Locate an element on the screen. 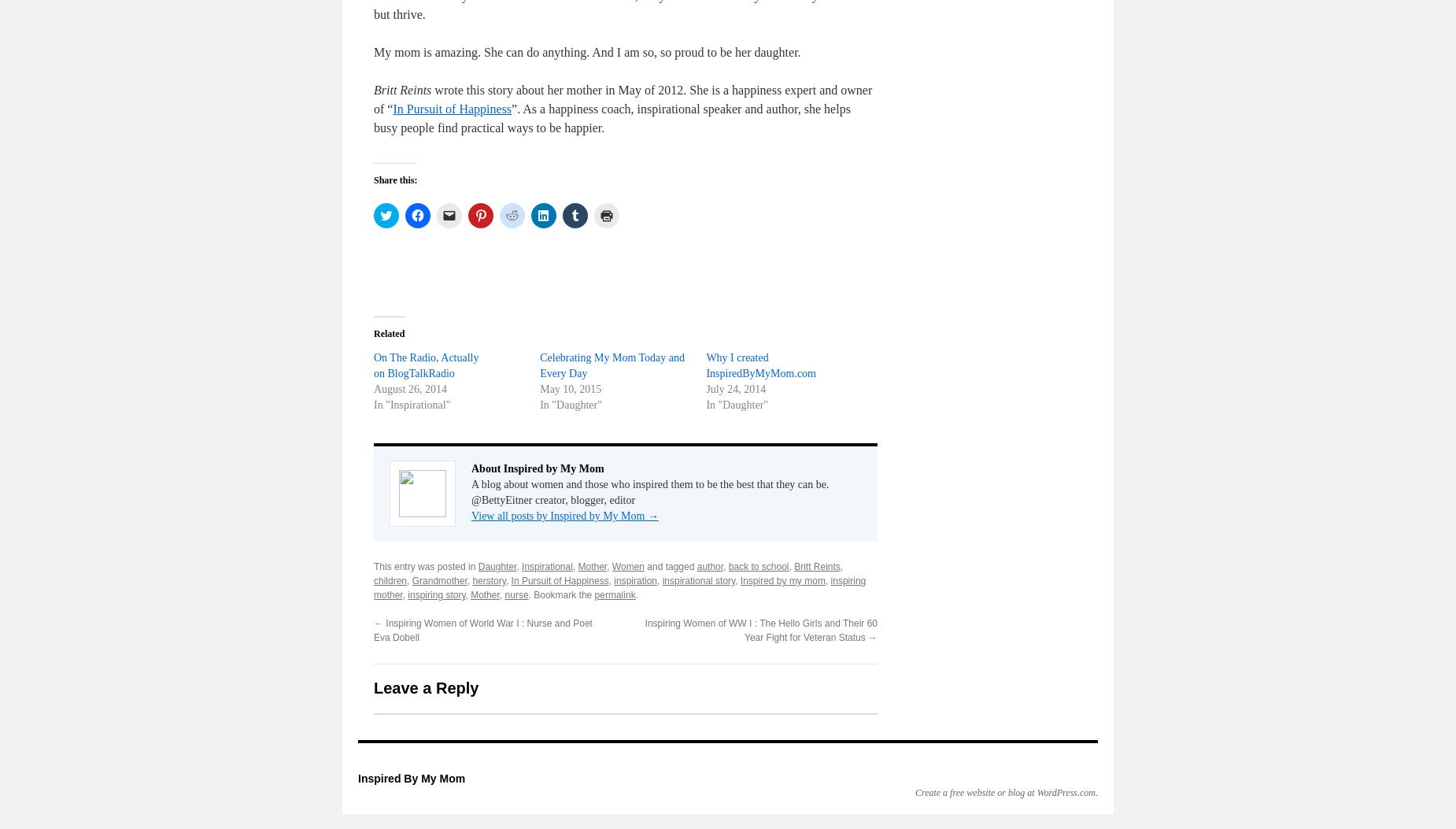 This screenshot has height=829, width=1456. 'herstory' is located at coordinates (489, 580).